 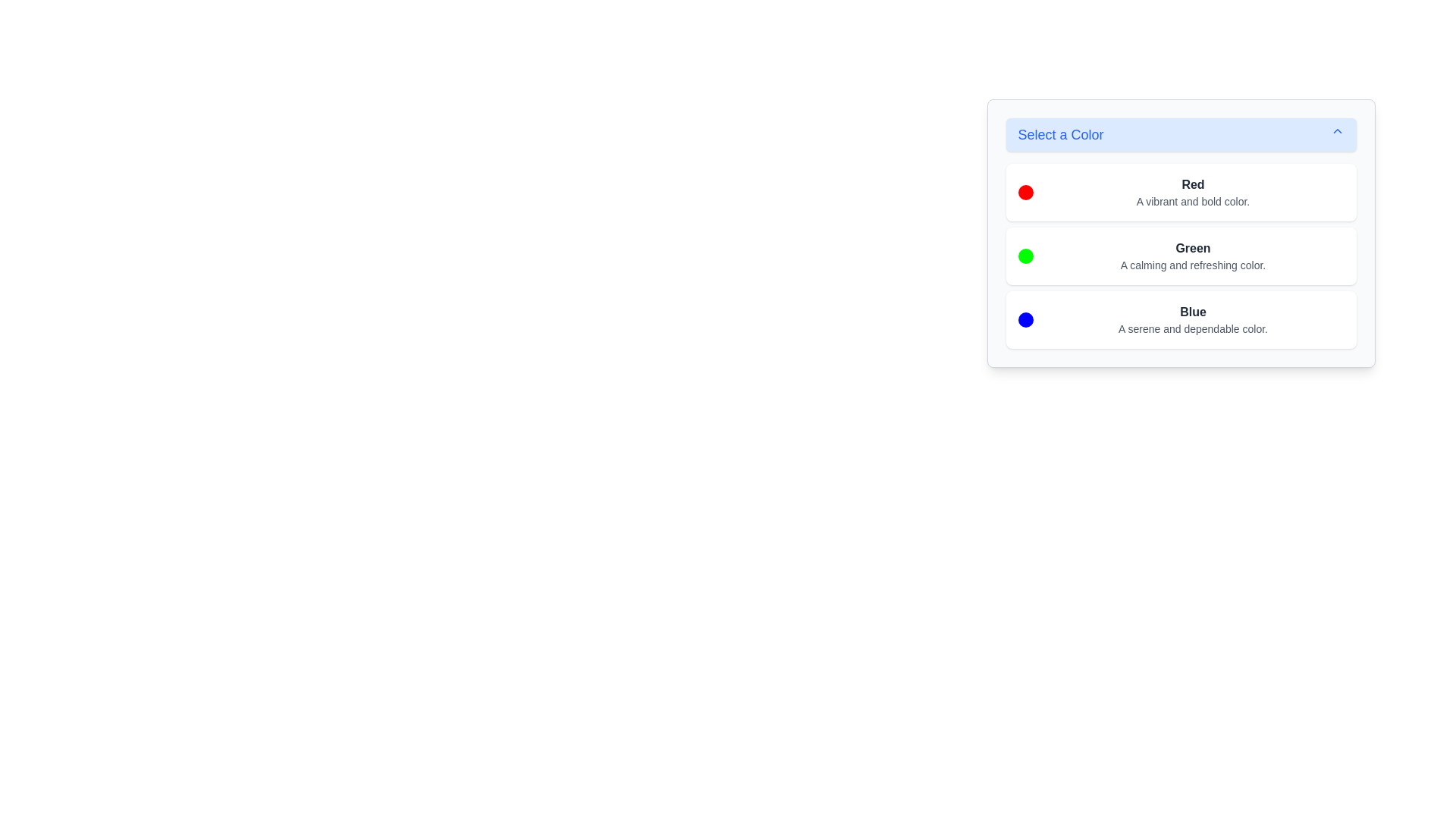 What do you see at coordinates (1025, 318) in the screenshot?
I see `the blue visual marker, which is a circular bullet in the list item containing the text 'Blue' and the description 'A serene and dependable color.'` at bounding box center [1025, 318].